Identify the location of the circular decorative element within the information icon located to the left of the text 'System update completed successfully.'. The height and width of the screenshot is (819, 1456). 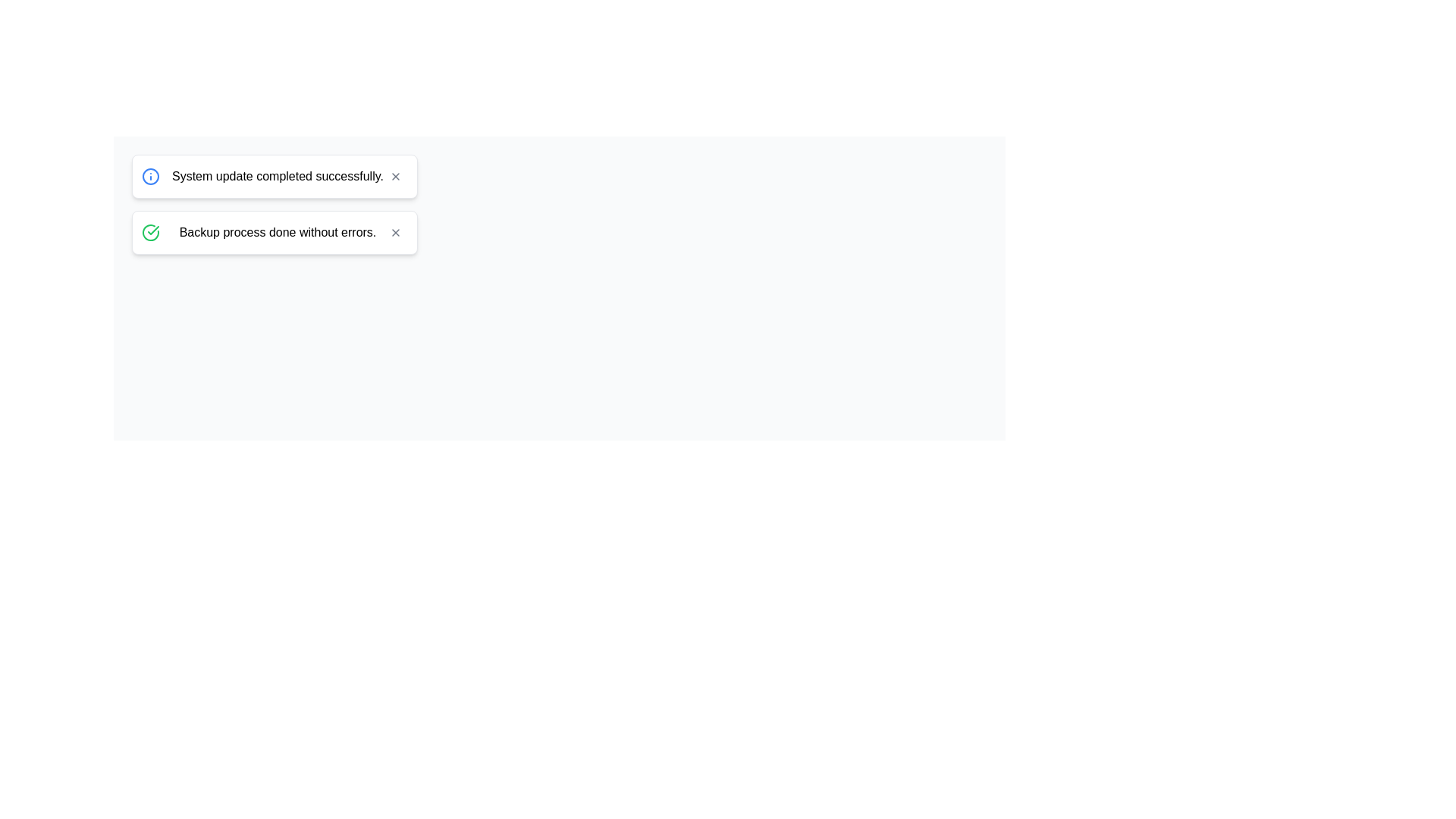
(150, 175).